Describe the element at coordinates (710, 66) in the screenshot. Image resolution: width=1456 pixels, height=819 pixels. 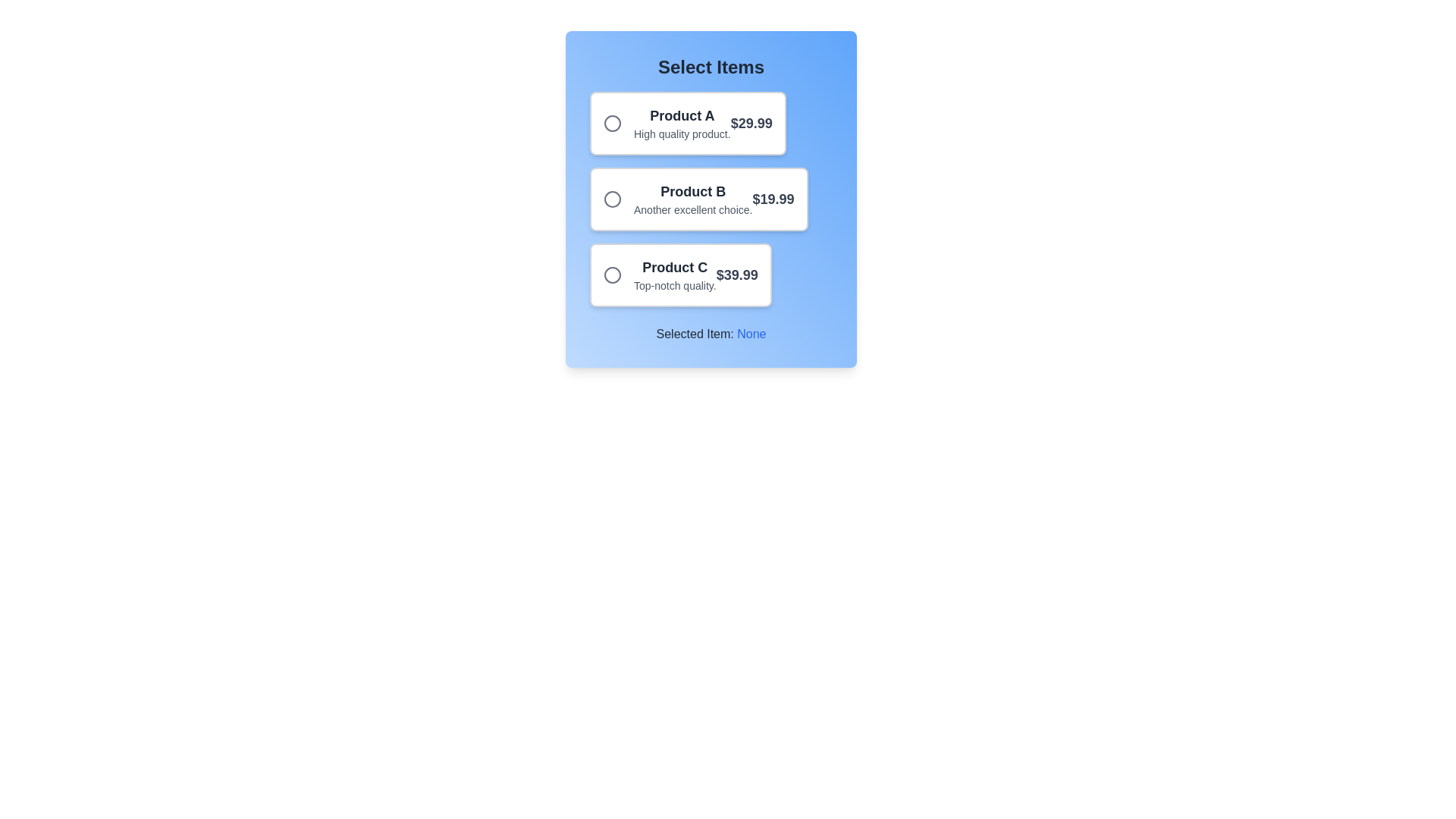
I see `the Text Label that serves as a heading for the card, located at the top-center of the card above the list of product items` at that location.